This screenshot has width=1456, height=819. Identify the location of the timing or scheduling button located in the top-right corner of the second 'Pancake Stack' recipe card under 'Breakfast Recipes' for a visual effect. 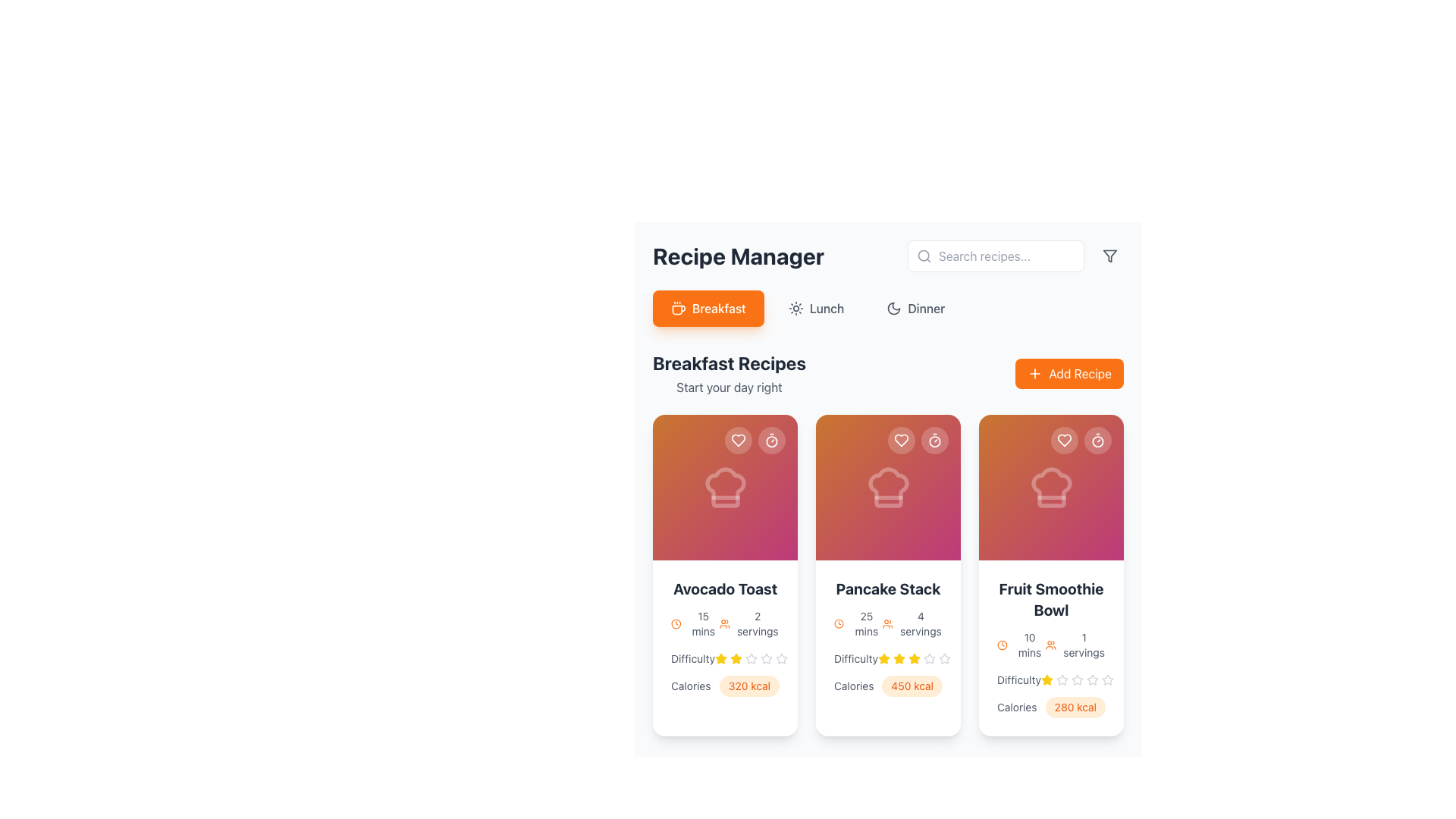
(934, 441).